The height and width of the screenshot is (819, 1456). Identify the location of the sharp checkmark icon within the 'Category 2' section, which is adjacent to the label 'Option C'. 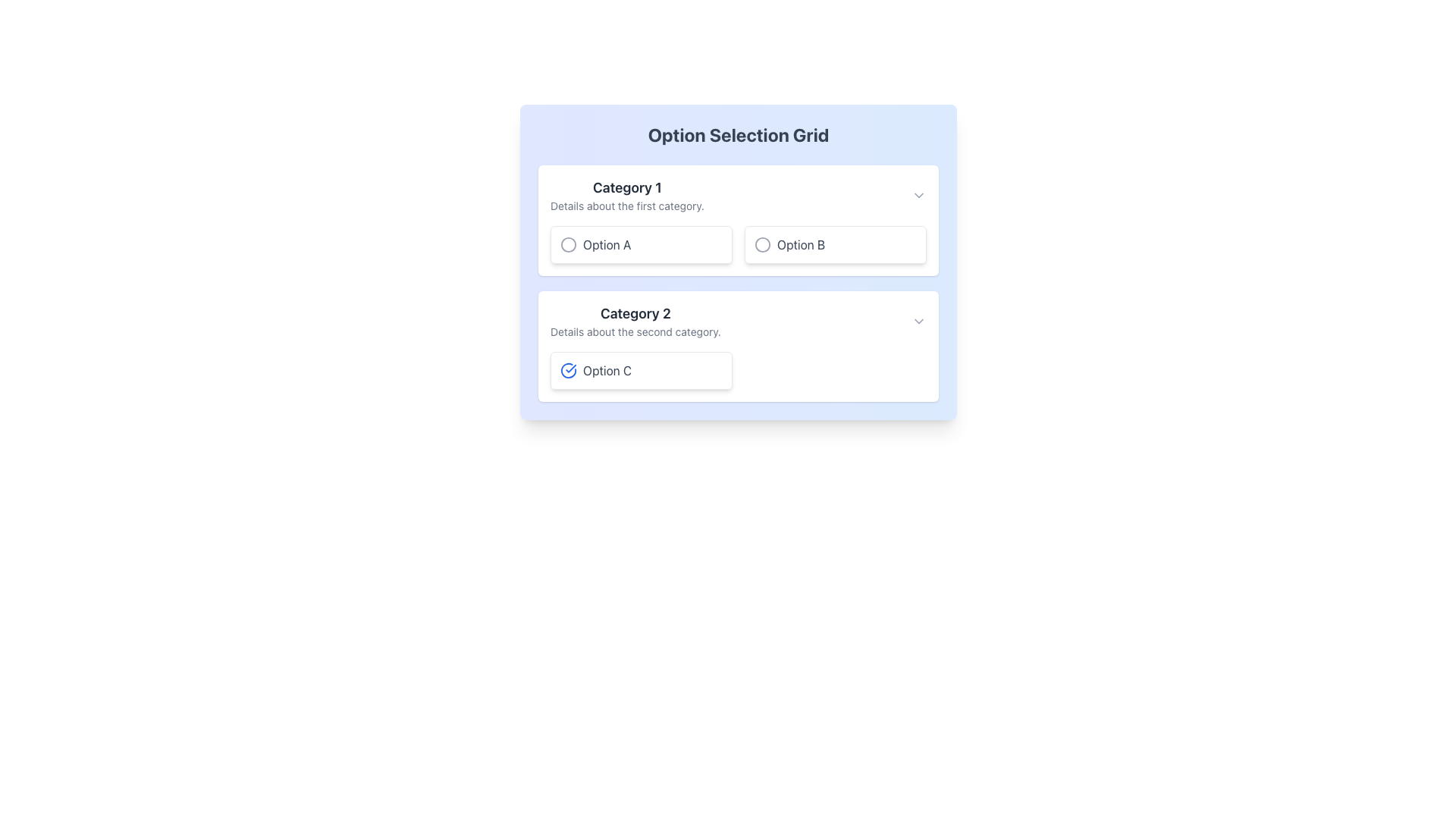
(570, 369).